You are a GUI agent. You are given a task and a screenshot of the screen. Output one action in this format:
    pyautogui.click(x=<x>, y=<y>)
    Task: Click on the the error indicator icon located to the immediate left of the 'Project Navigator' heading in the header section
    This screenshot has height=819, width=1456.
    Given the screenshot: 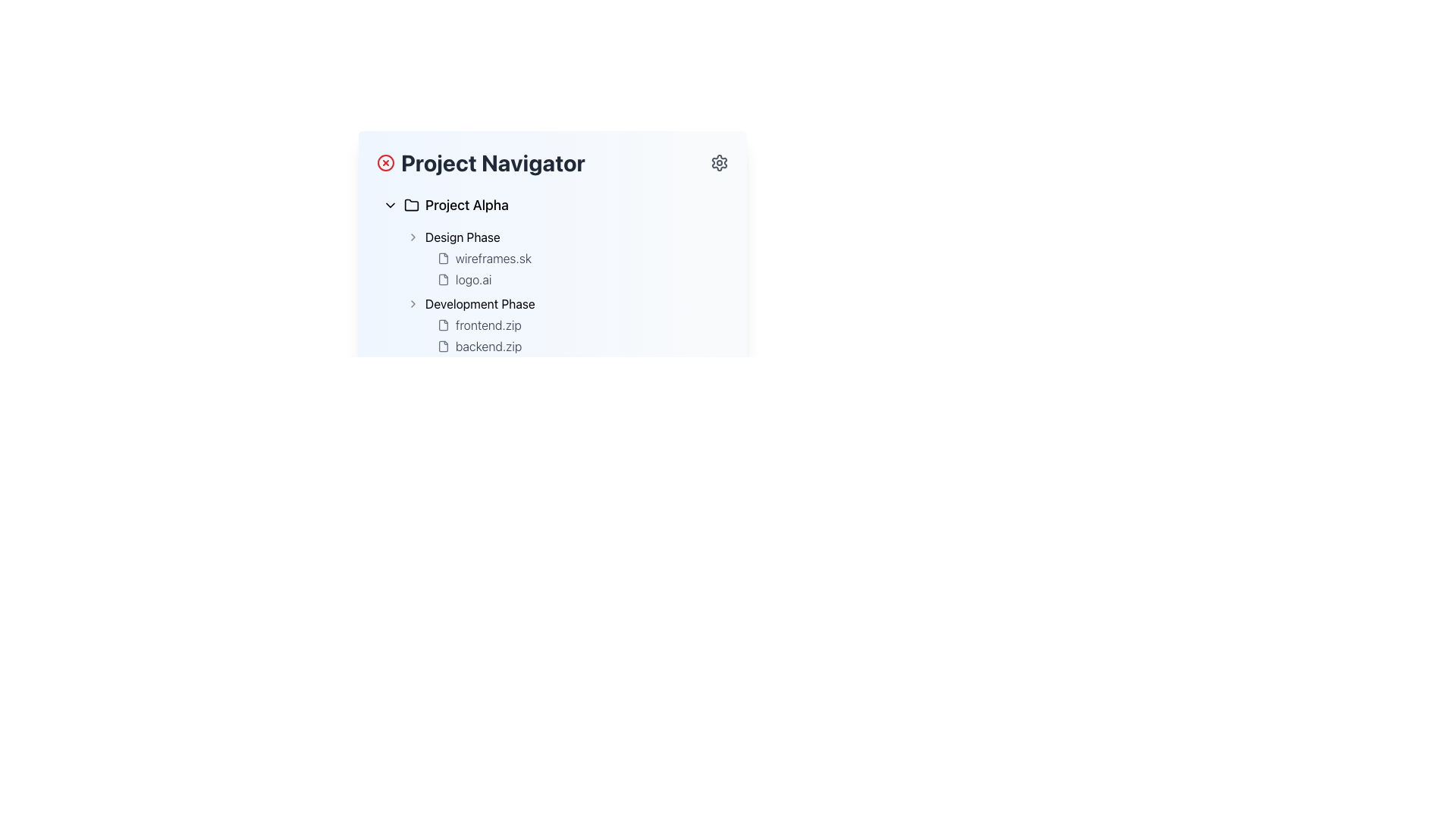 What is the action you would take?
    pyautogui.click(x=385, y=163)
    